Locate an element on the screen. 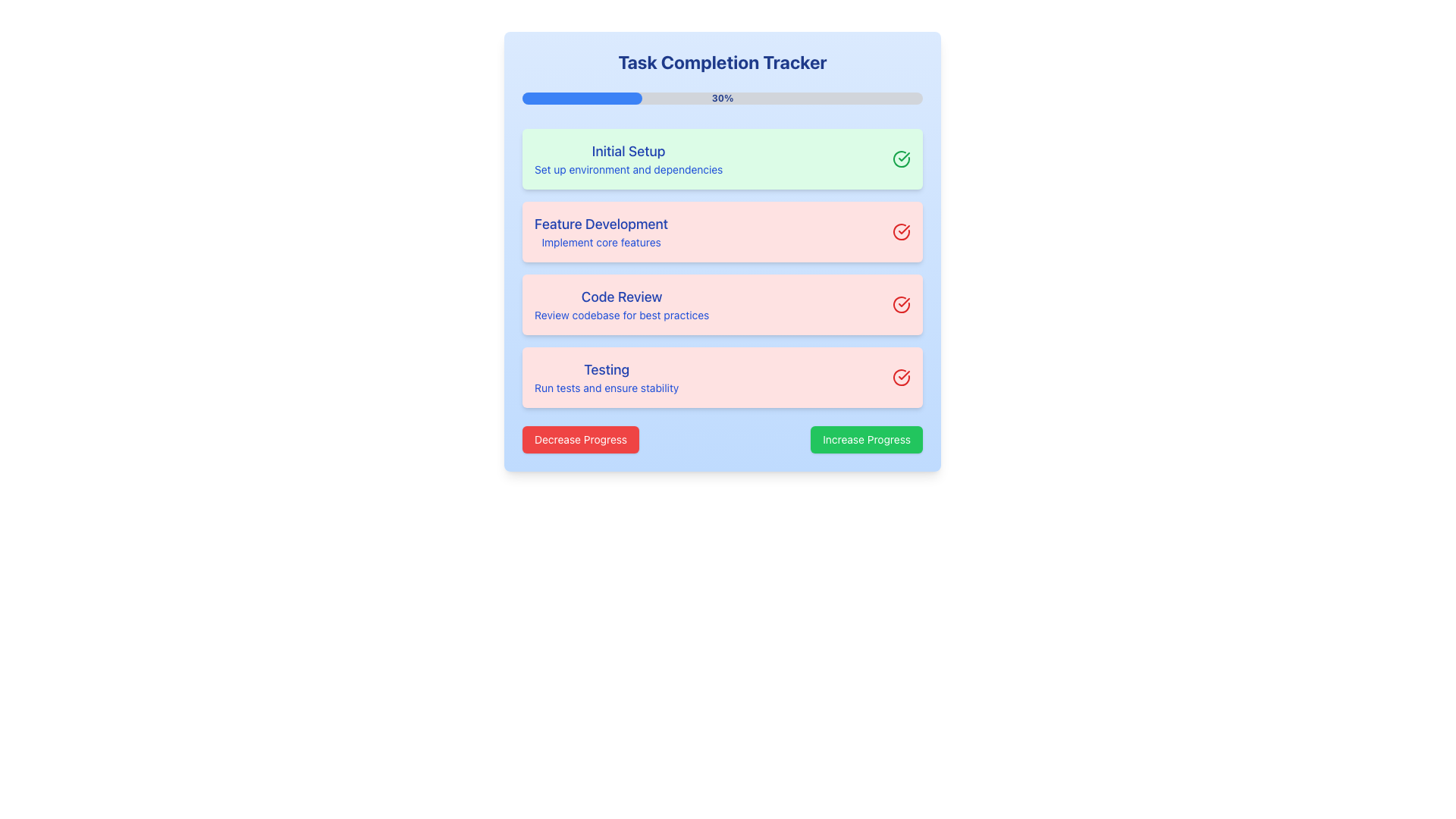 This screenshot has width=1456, height=819. percentage value of the progress bar located within the 'Task Completion Tracker' card, which visually indicates 30% completion of the task is located at coordinates (722, 99).